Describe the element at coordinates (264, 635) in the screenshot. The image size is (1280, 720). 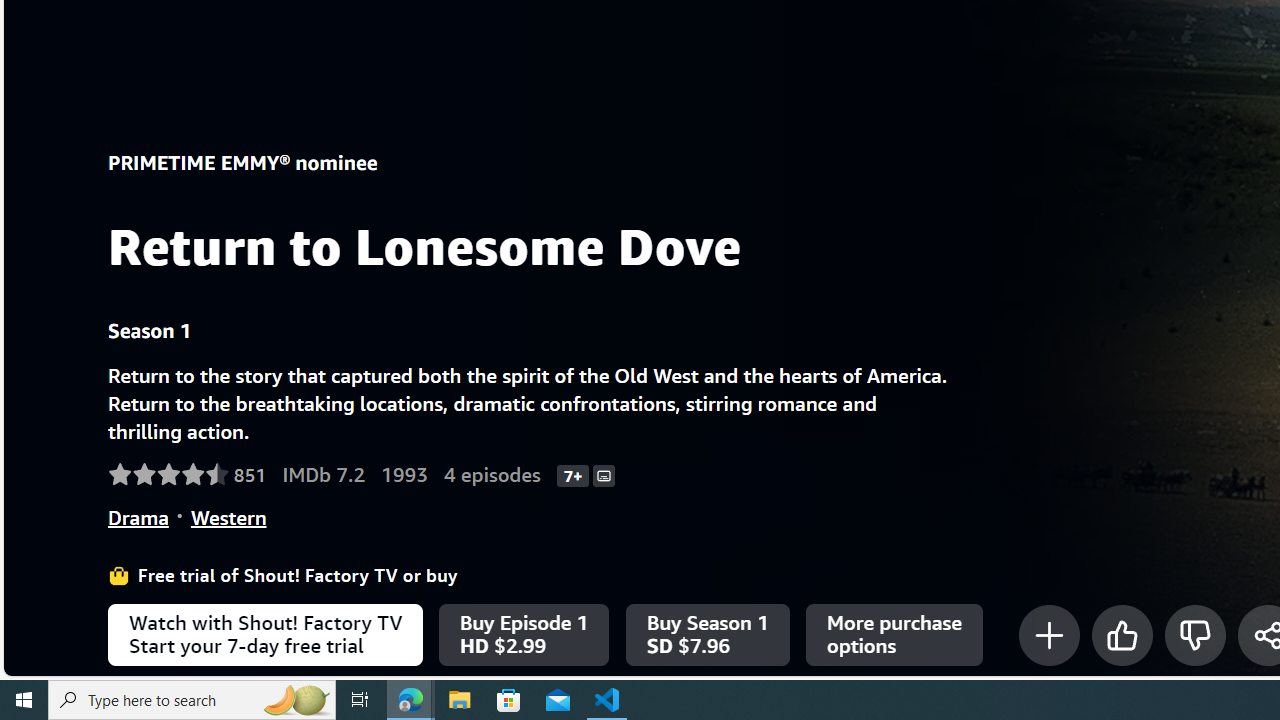
I see `'Watch with Shout! Factory TV Start your 7-day free trial'` at that location.